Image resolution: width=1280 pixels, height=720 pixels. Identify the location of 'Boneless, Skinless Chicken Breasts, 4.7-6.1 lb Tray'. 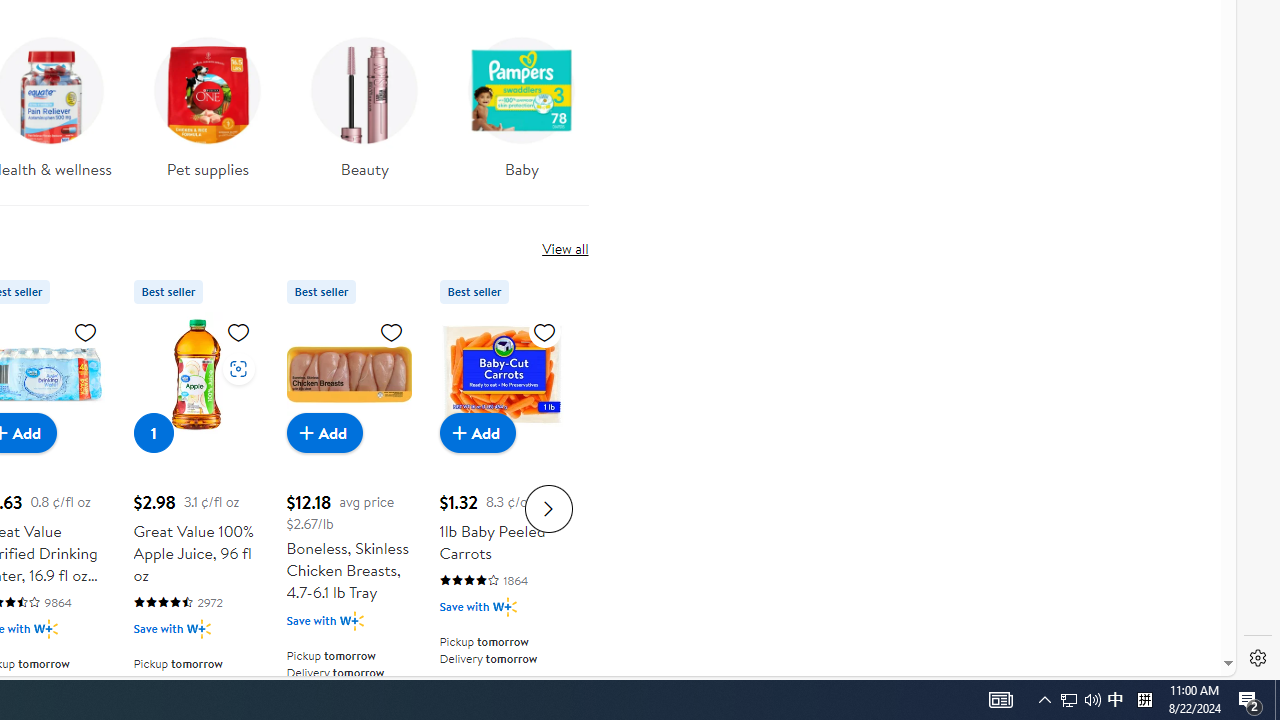
(348, 374).